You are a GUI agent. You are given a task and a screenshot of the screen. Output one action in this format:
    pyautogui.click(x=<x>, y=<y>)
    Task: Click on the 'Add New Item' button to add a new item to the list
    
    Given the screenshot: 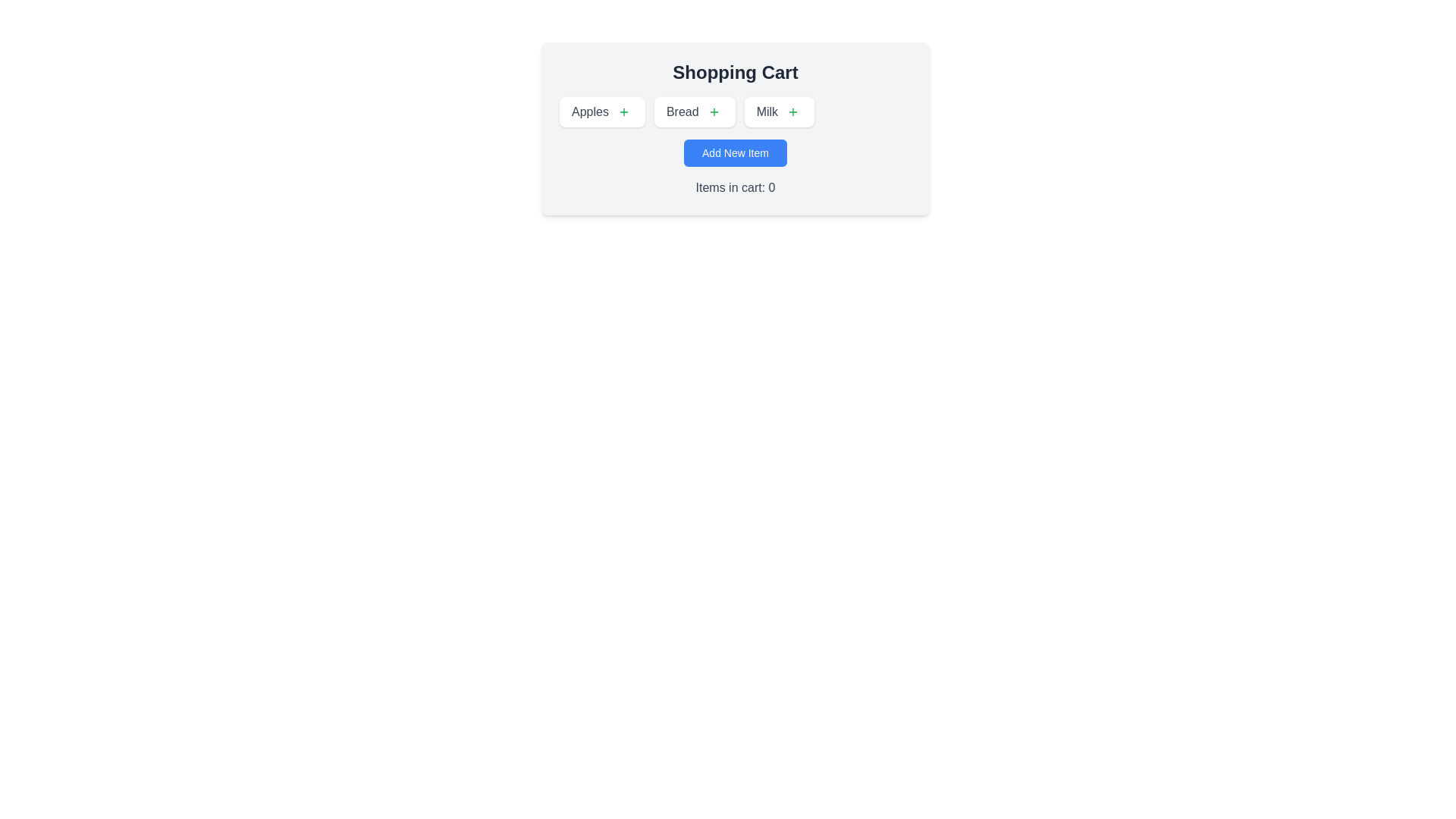 What is the action you would take?
    pyautogui.click(x=735, y=152)
    